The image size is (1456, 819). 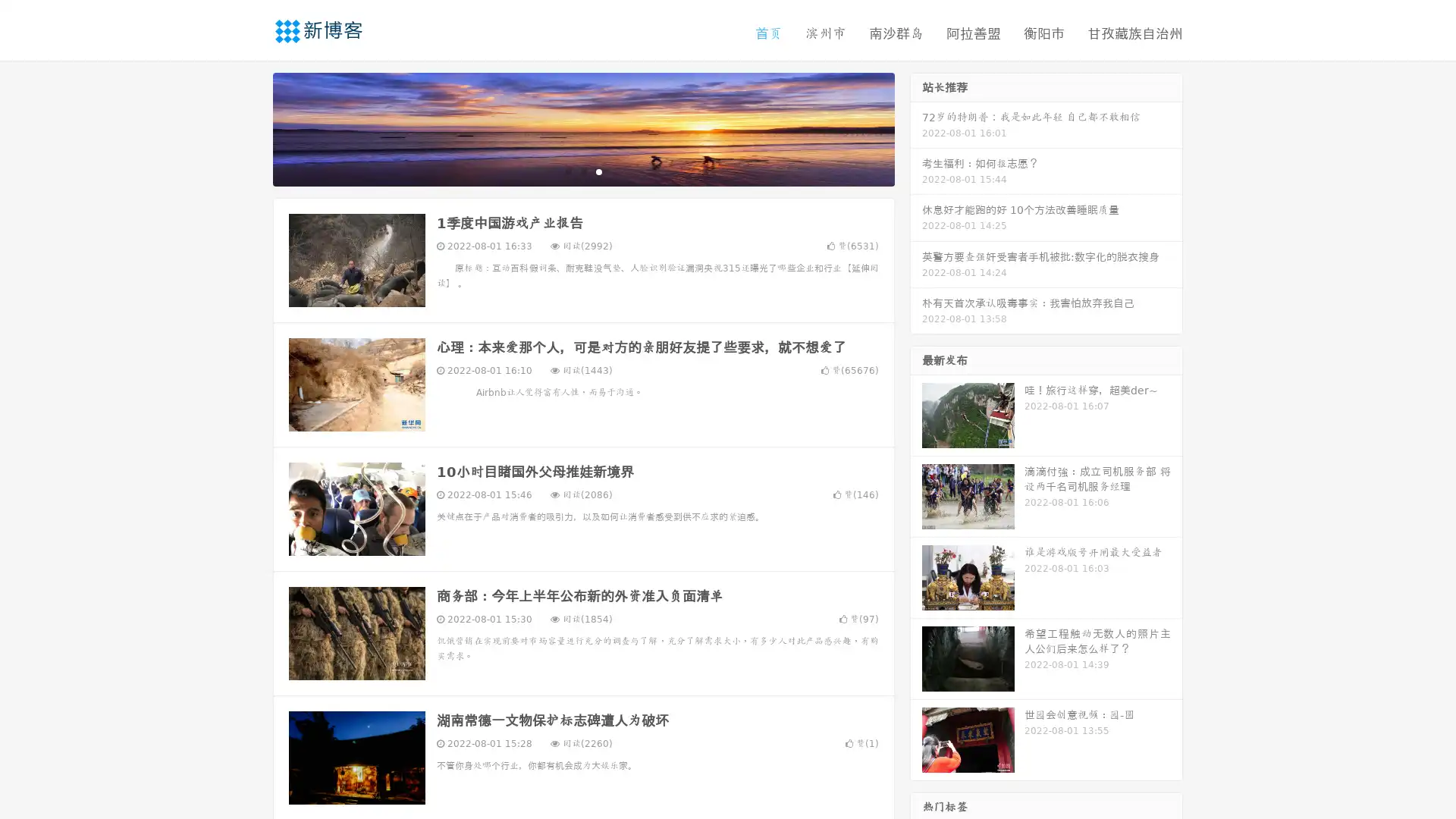 I want to click on Go to slide 2, so click(x=582, y=171).